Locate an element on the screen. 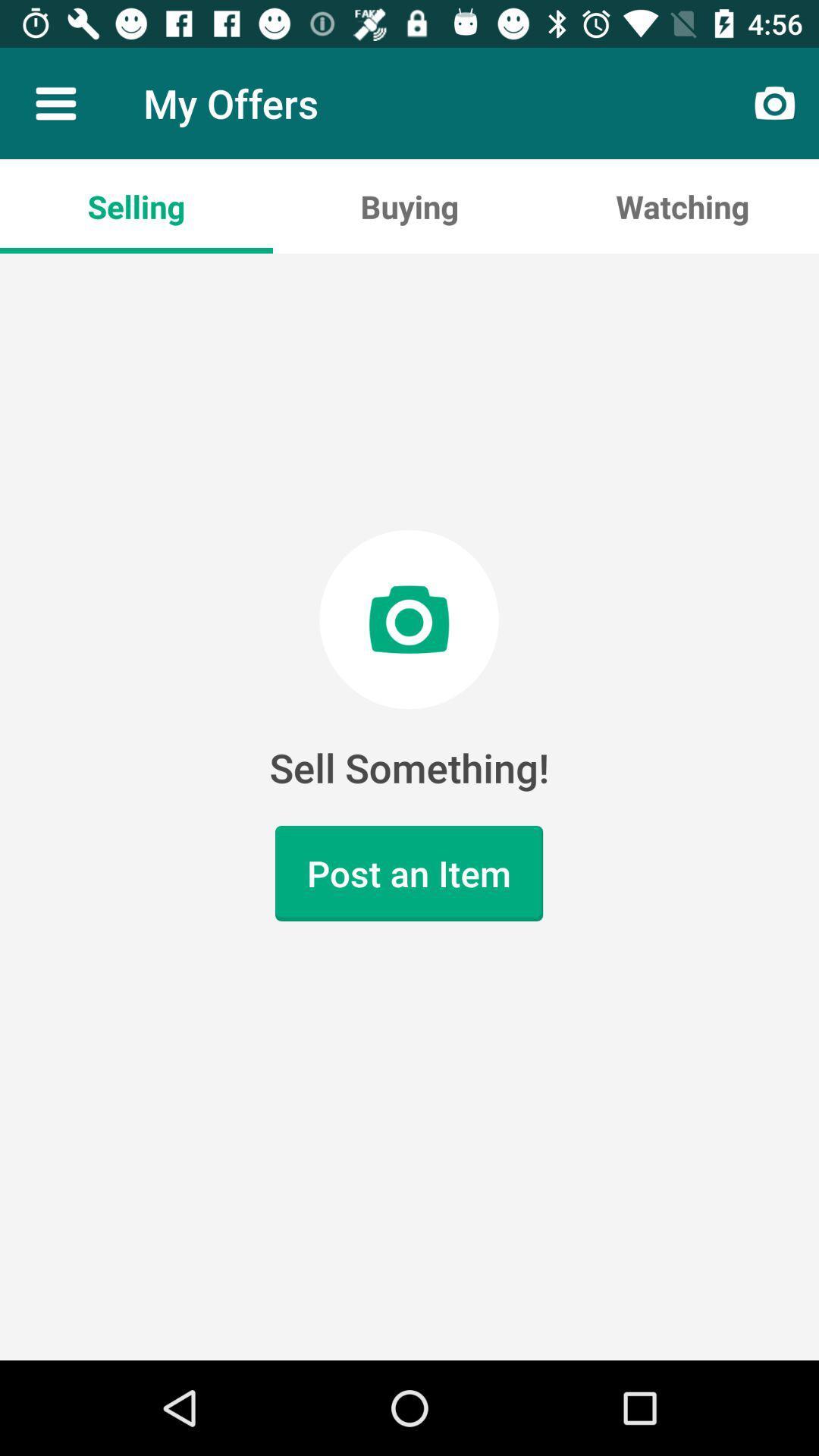  the app to the left of watching item is located at coordinates (409, 206).